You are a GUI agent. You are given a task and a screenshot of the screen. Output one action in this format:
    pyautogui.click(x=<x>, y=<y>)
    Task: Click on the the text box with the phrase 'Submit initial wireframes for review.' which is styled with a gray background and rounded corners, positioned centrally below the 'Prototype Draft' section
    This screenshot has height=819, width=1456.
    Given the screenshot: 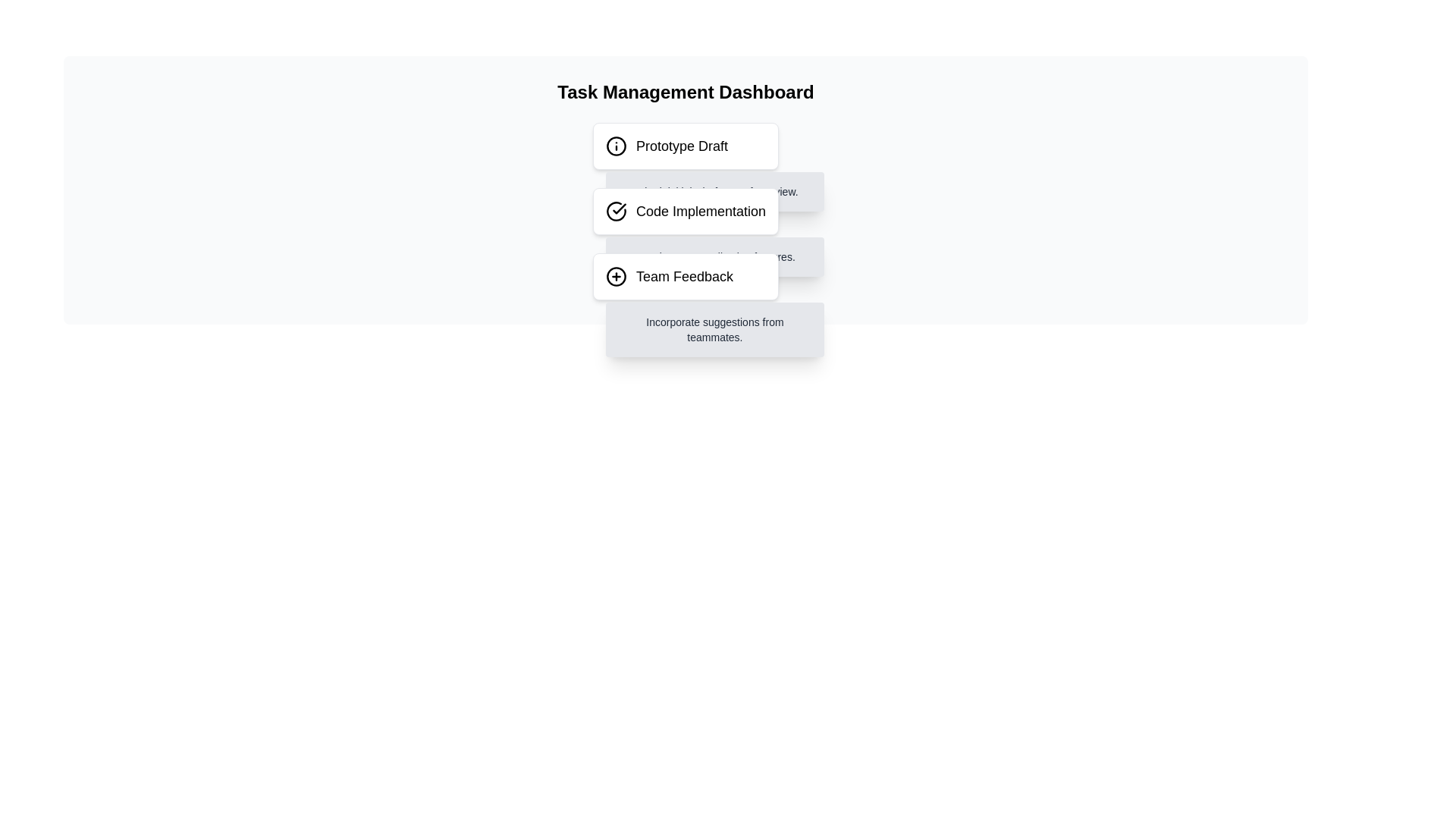 What is the action you would take?
    pyautogui.click(x=714, y=191)
    